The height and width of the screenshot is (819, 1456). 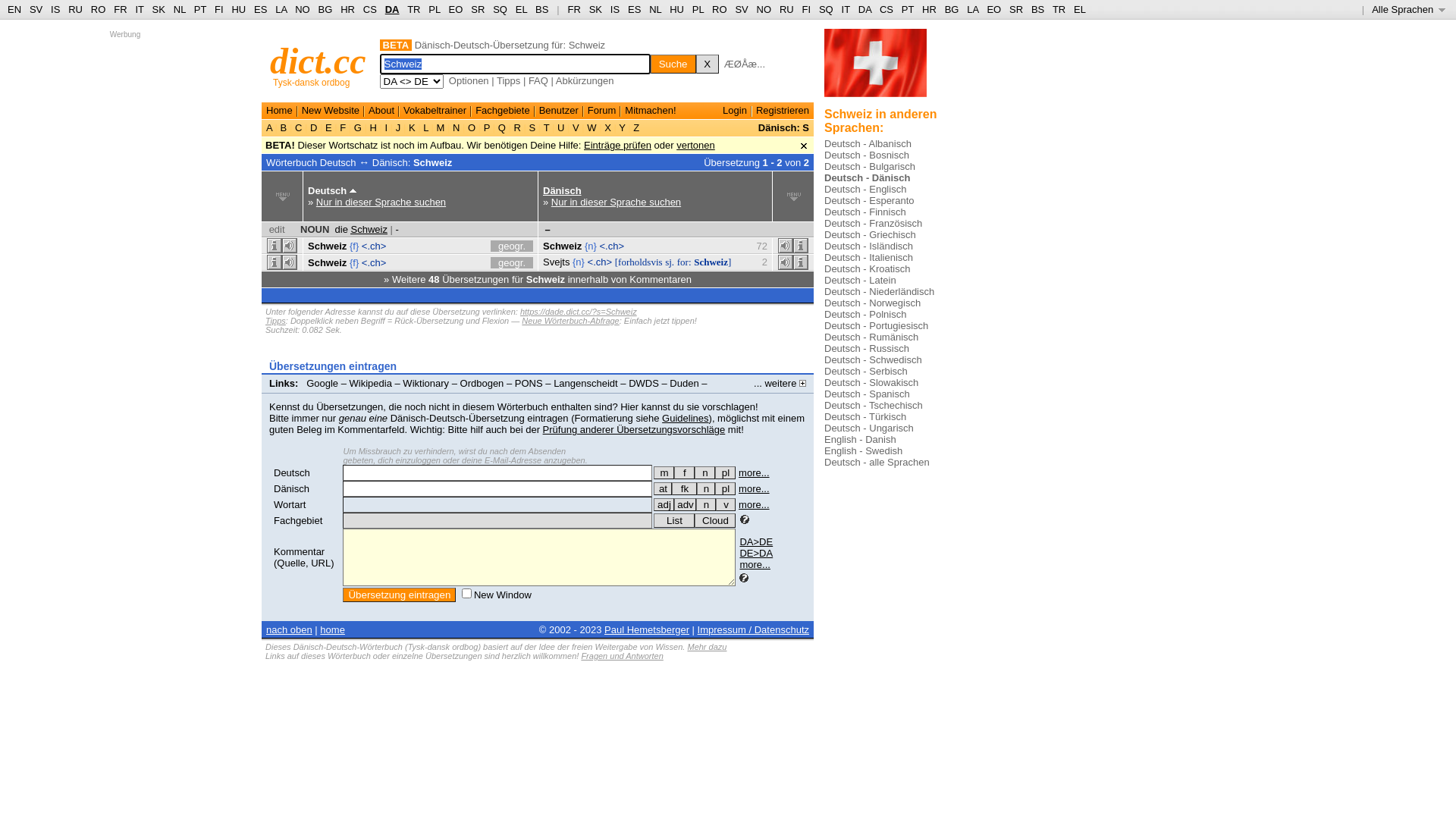 What do you see at coordinates (753, 629) in the screenshot?
I see `'Impressum / Datenschutz'` at bounding box center [753, 629].